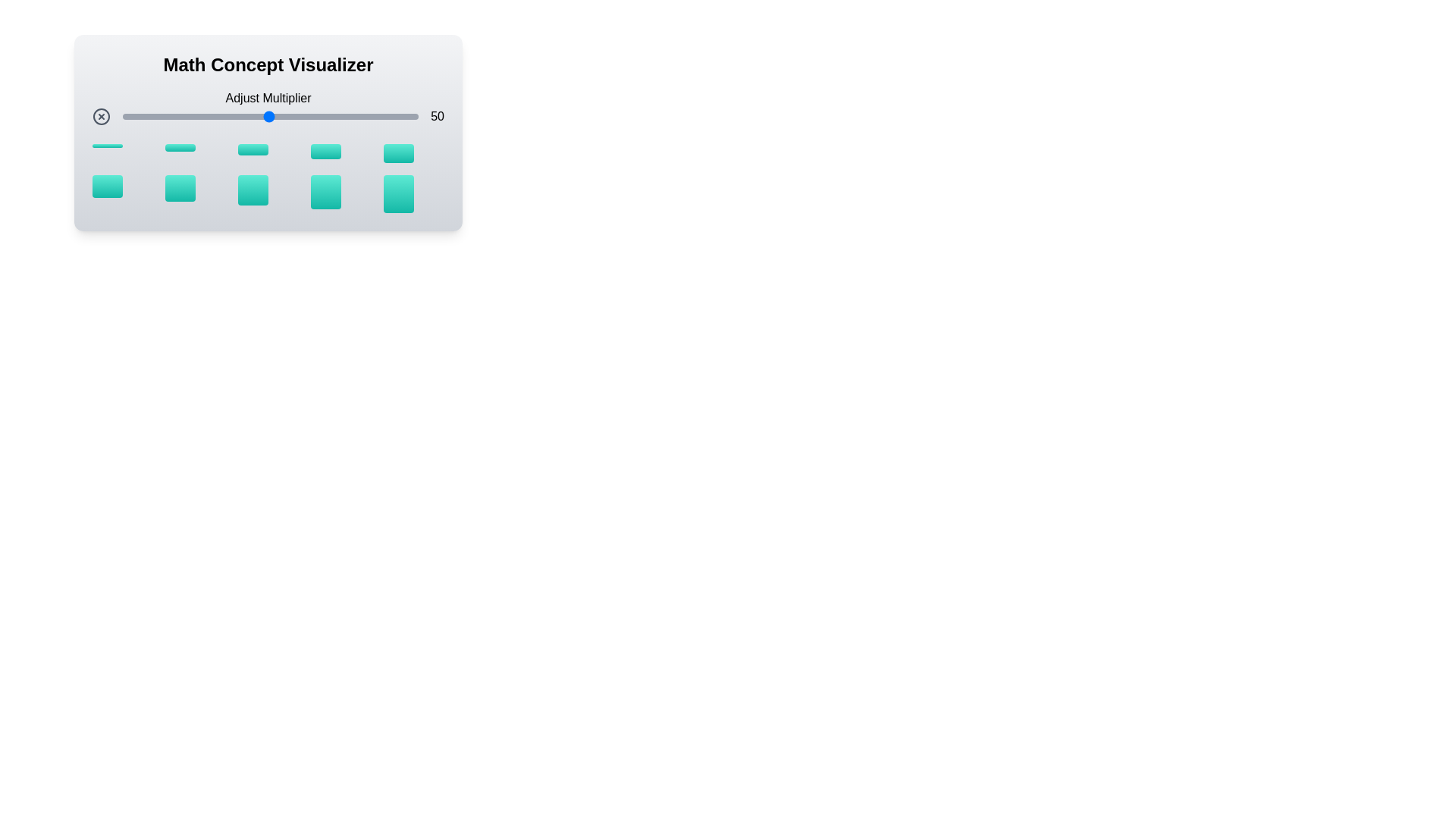 The image size is (1456, 819). Describe the element at coordinates (296, 116) in the screenshot. I see `the multiplier to 59 by adjusting the slider` at that location.